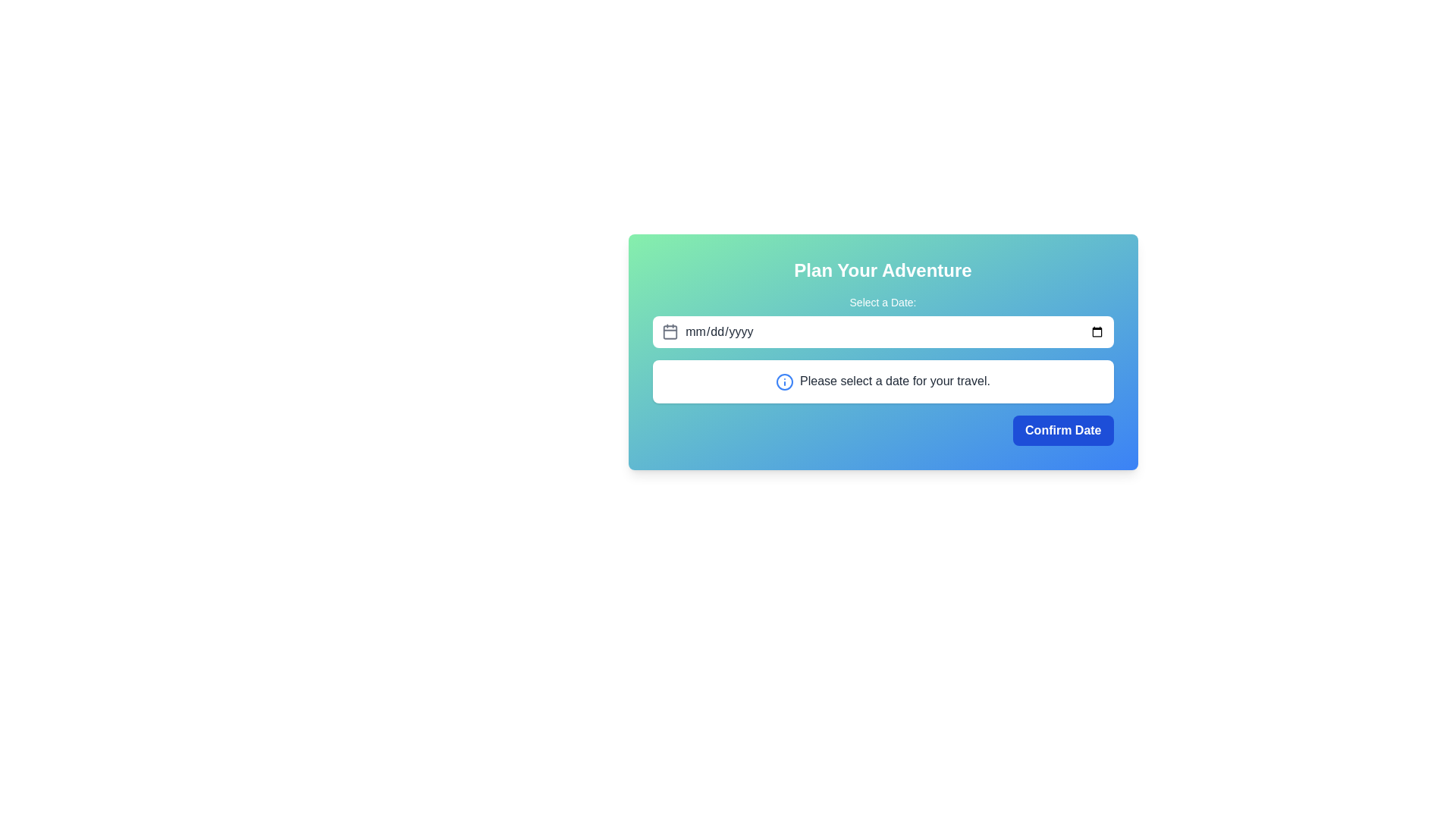  Describe the element at coordinates (669, 331) in the screenshot. I see `the date input icon located at the leftmost part of the horizontal group containing the date input field` at that location.